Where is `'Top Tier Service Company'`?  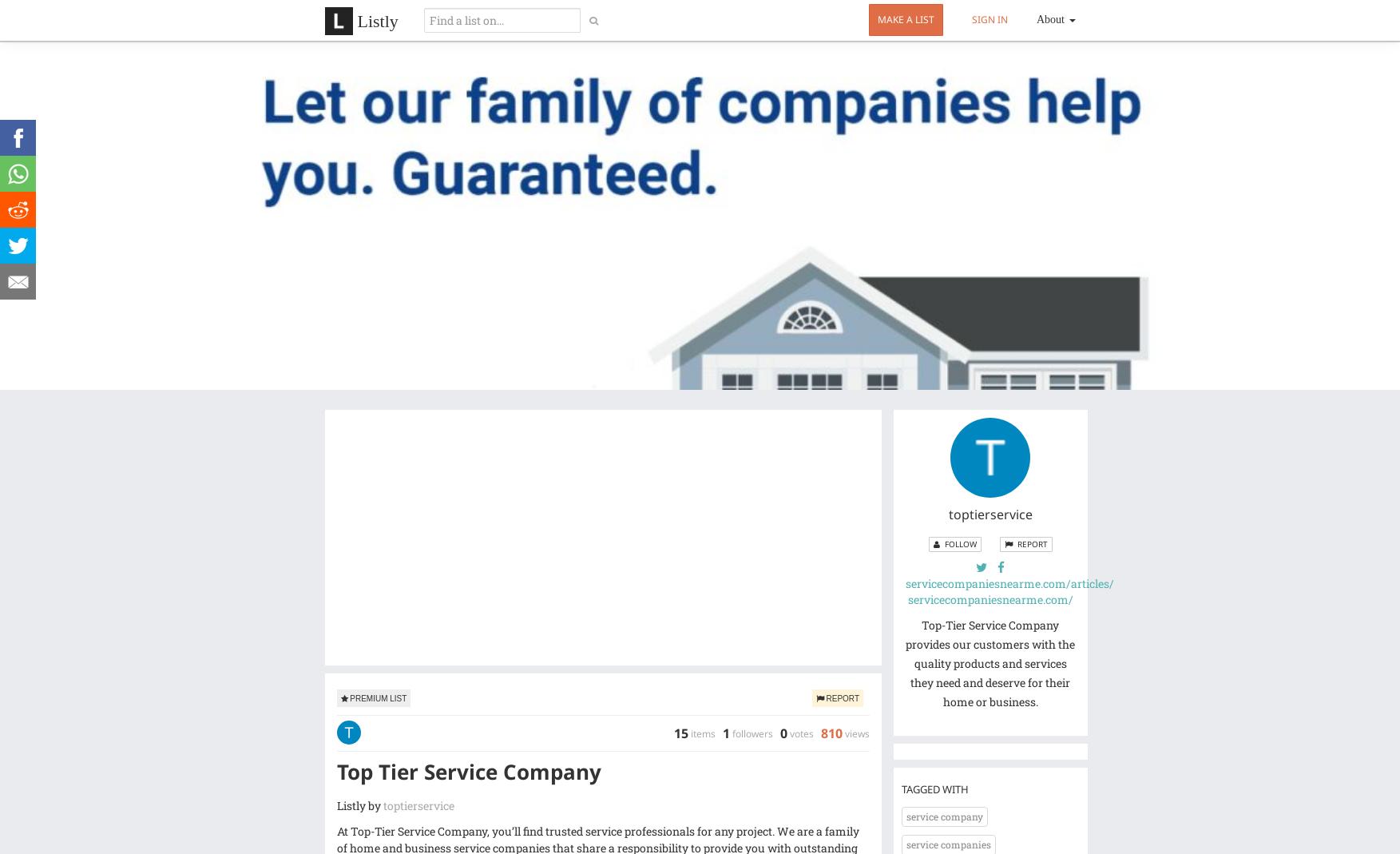 'Top Tier Service Company' is located at coordinates (467, 771).